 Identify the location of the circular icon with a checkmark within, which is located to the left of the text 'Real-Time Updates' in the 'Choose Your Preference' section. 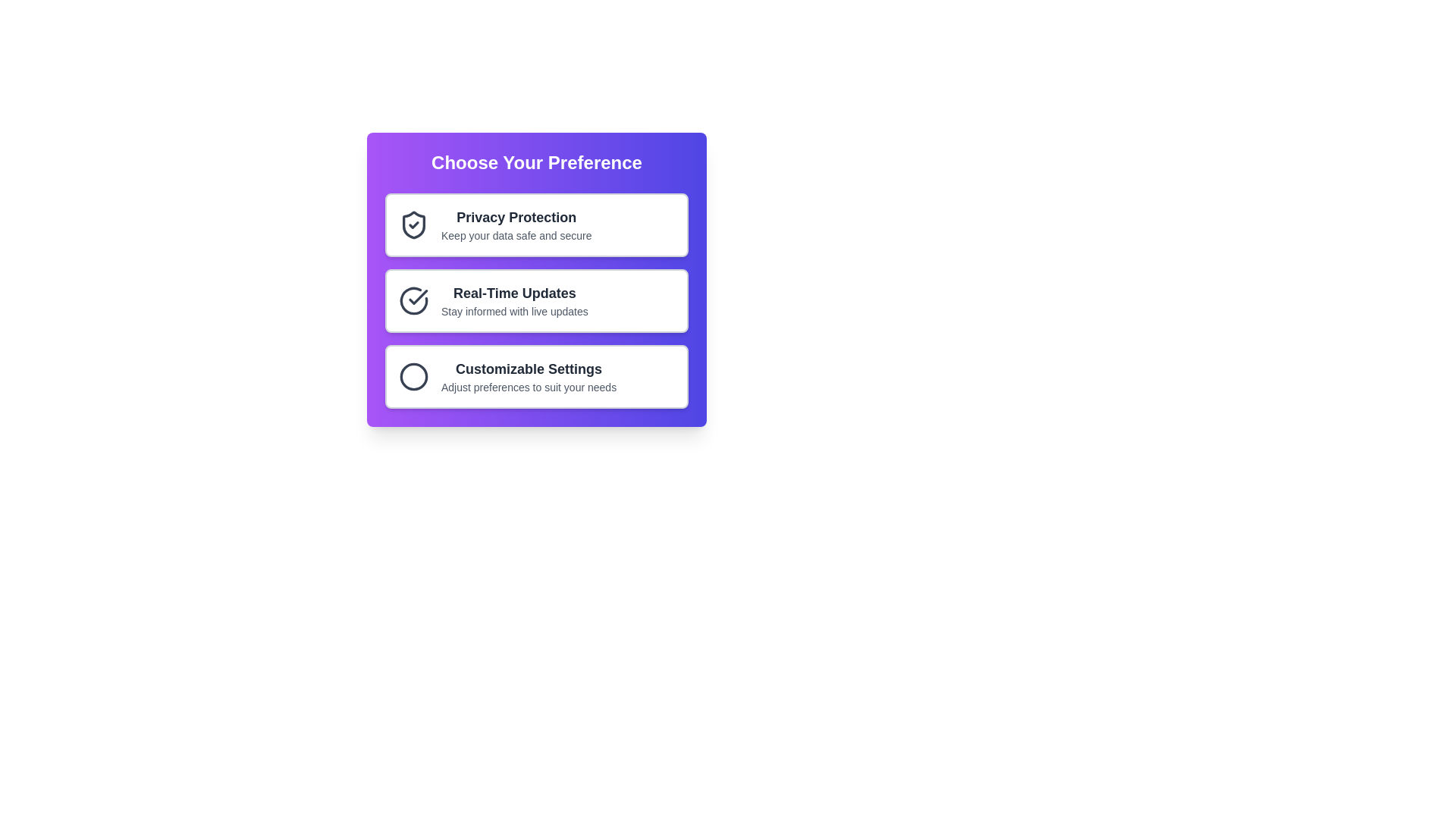
(414, 301).